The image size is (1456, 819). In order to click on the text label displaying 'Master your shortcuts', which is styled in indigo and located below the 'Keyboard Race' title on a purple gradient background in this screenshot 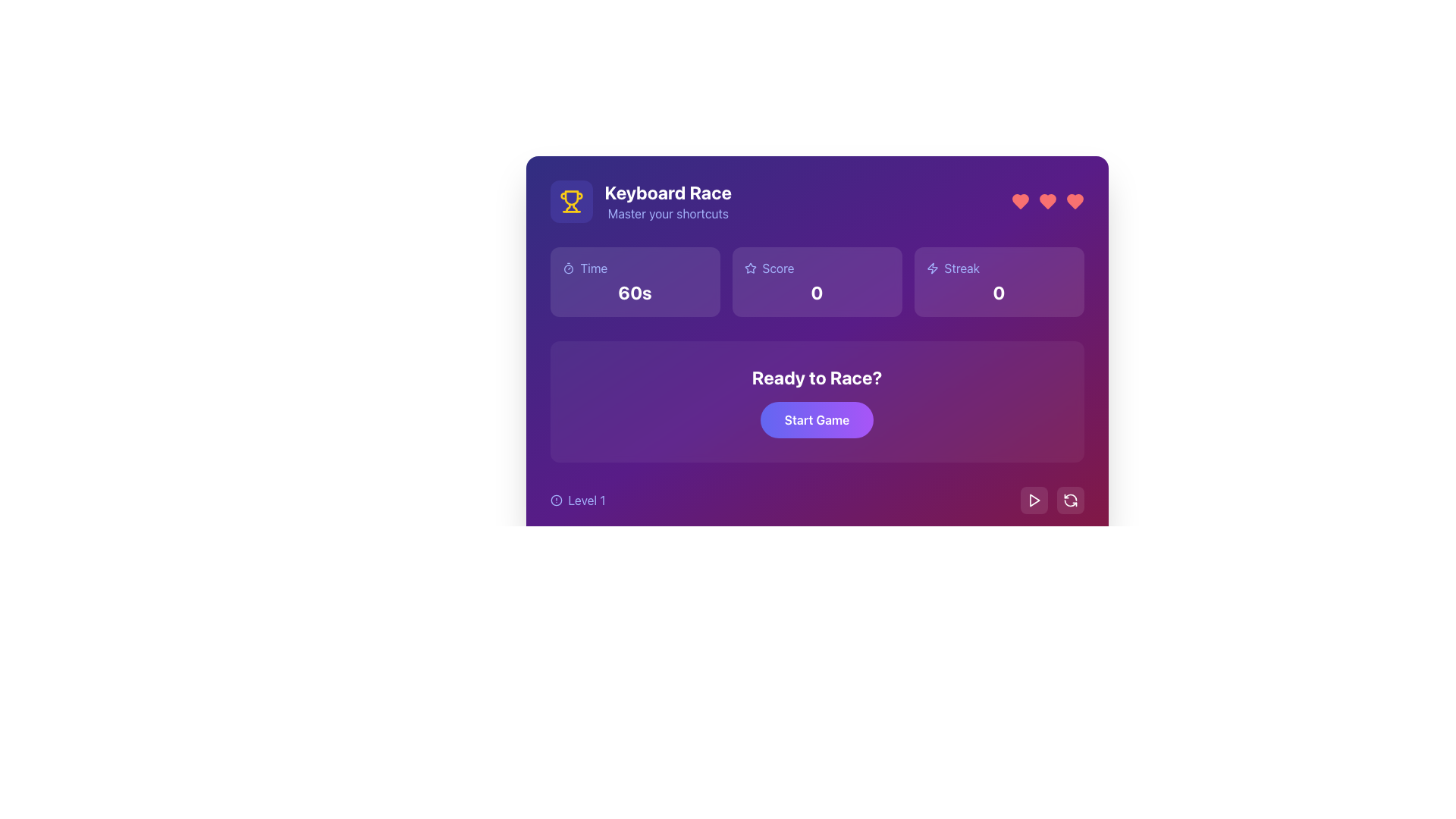, I will do `click(667, 213)`.